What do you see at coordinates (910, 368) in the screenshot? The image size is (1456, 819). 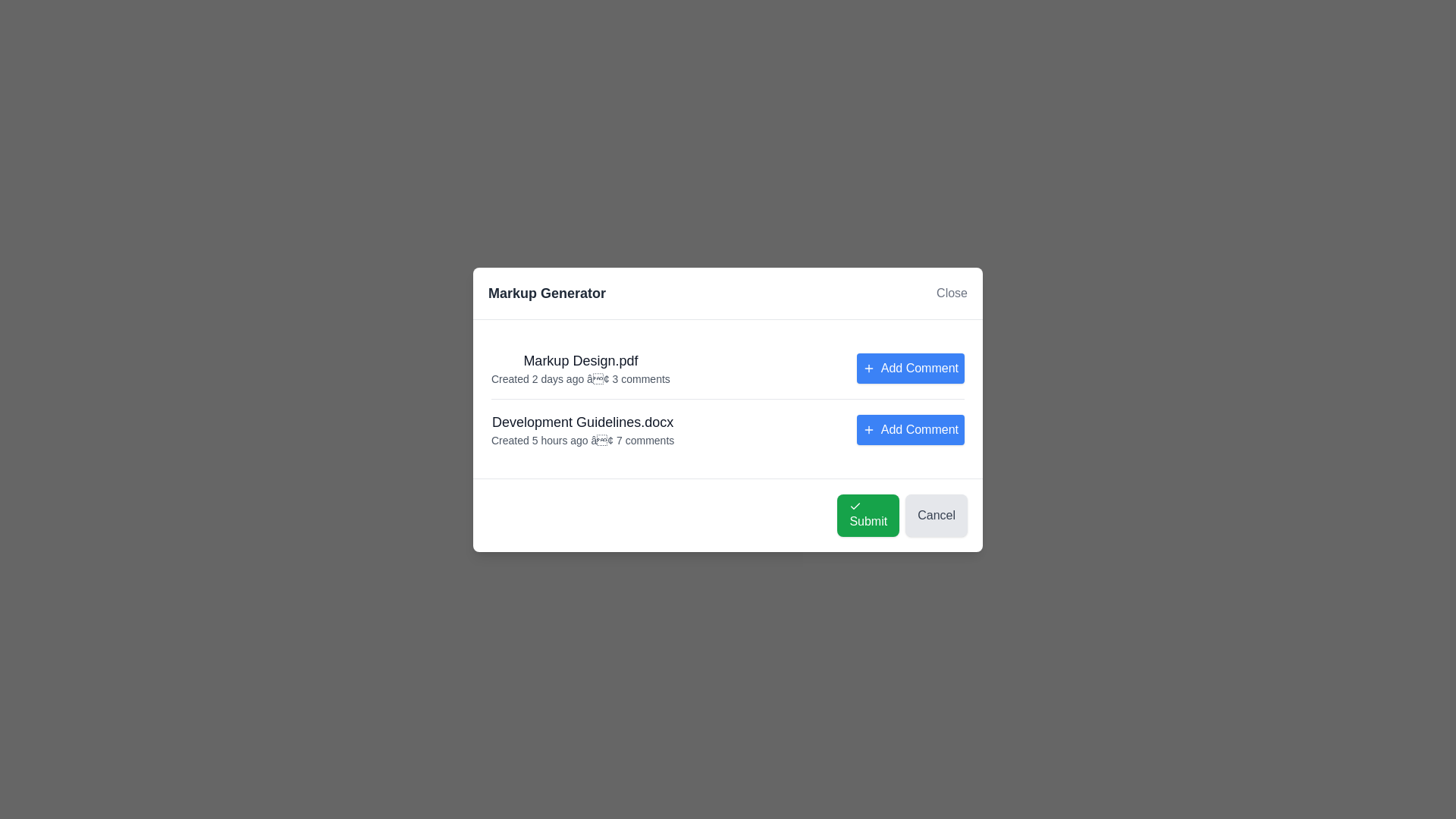 I see `the 'Add Comment' button for the file 'Markup Design.pdf'` at bounding box center [910, 368].